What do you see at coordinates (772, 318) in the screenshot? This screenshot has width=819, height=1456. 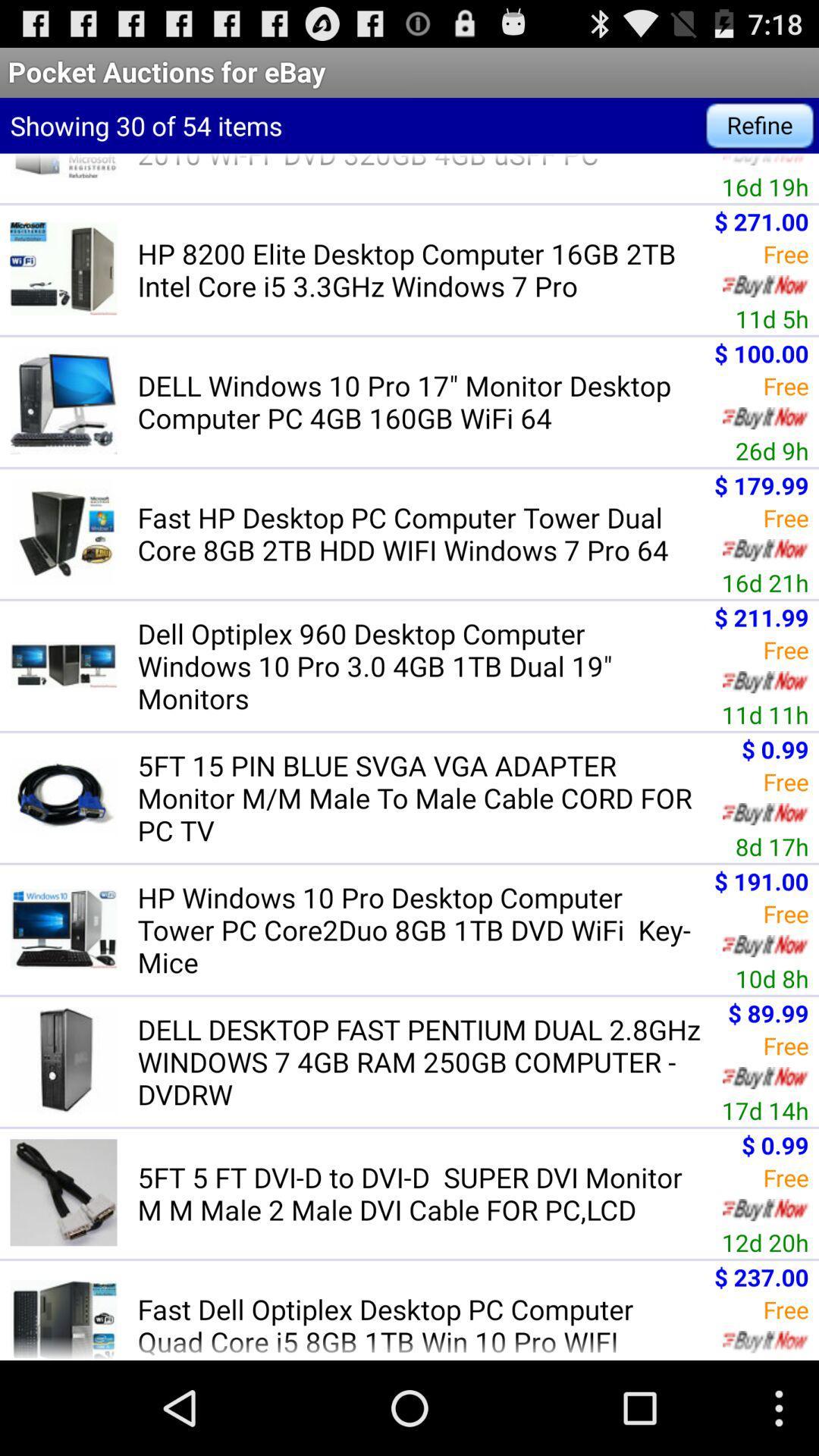 I see `icon next to the hp 8200 elite item` at bounding box center [772, 318].